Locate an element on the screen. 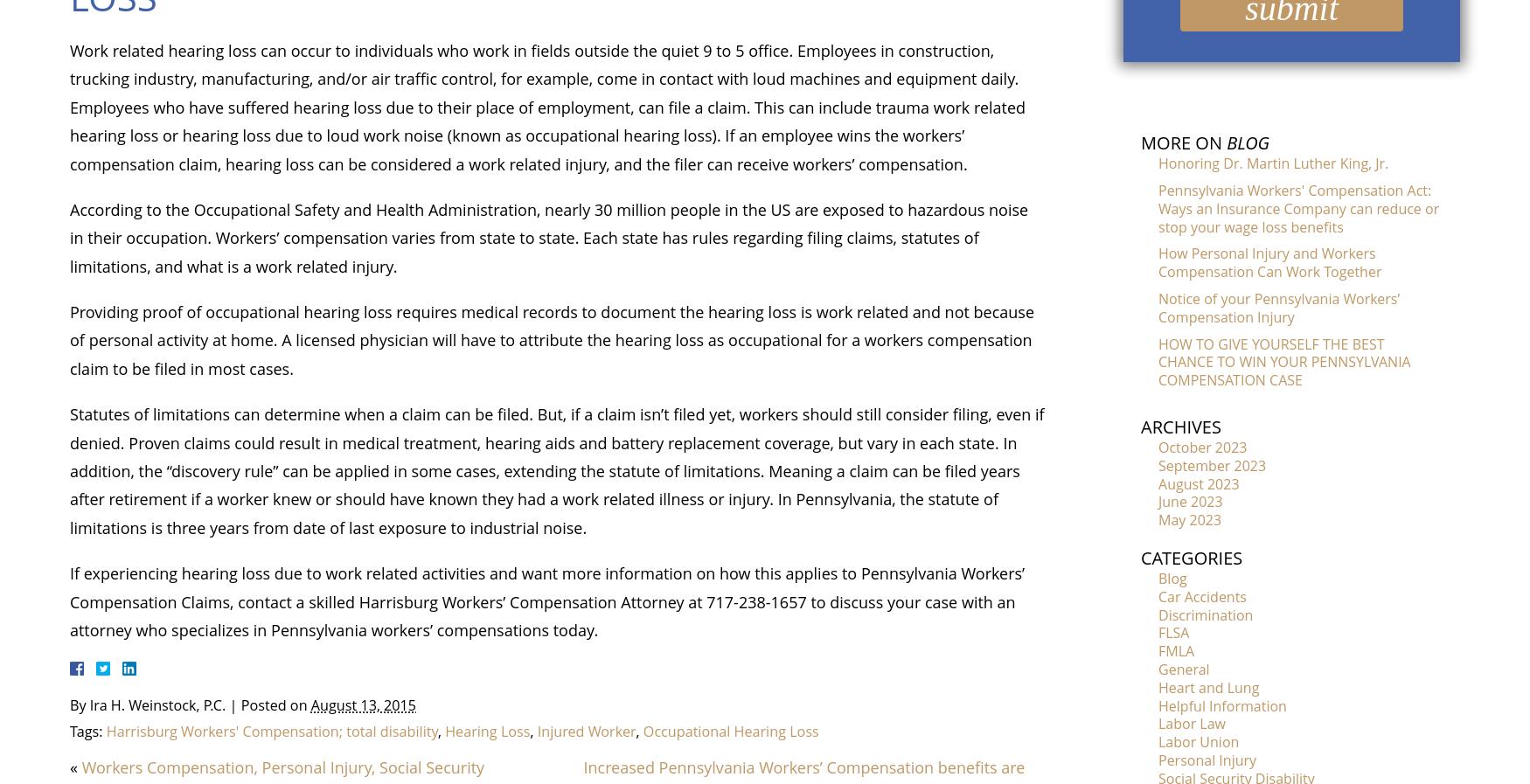  'Car Accidents' is located at coordinates (1201, 595).